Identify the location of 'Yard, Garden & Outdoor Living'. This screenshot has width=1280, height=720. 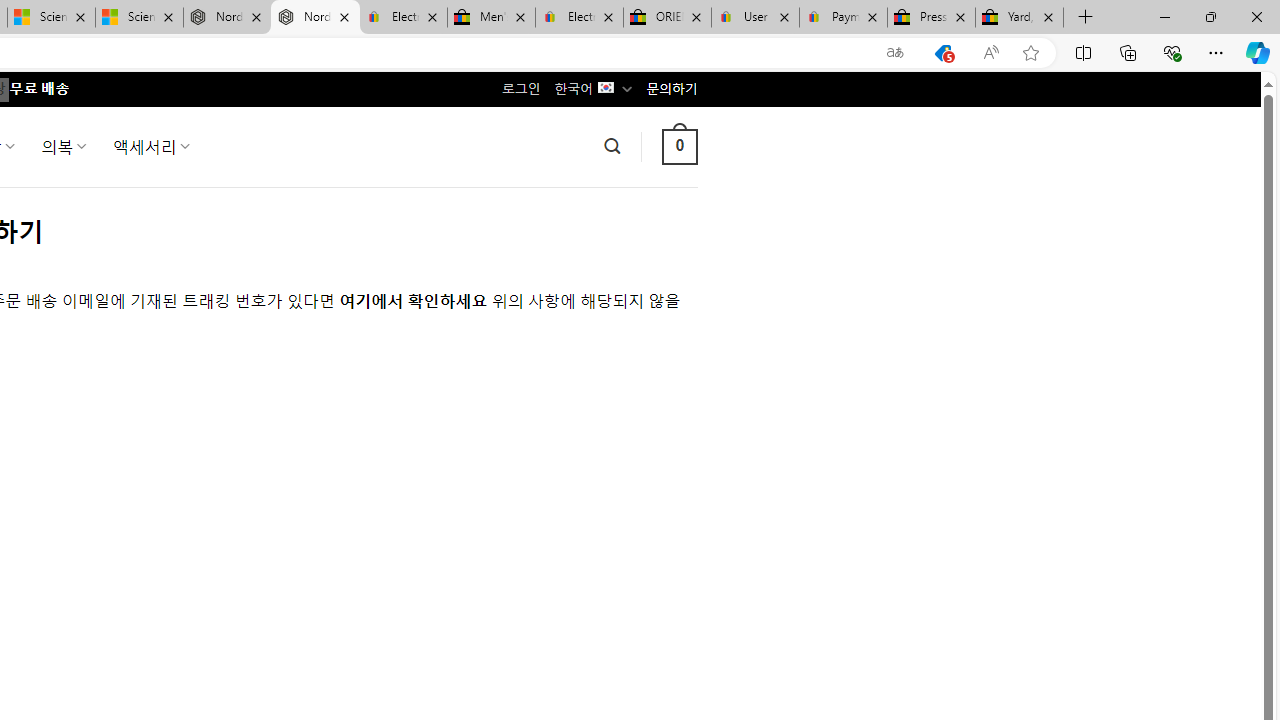
(1019, 17).